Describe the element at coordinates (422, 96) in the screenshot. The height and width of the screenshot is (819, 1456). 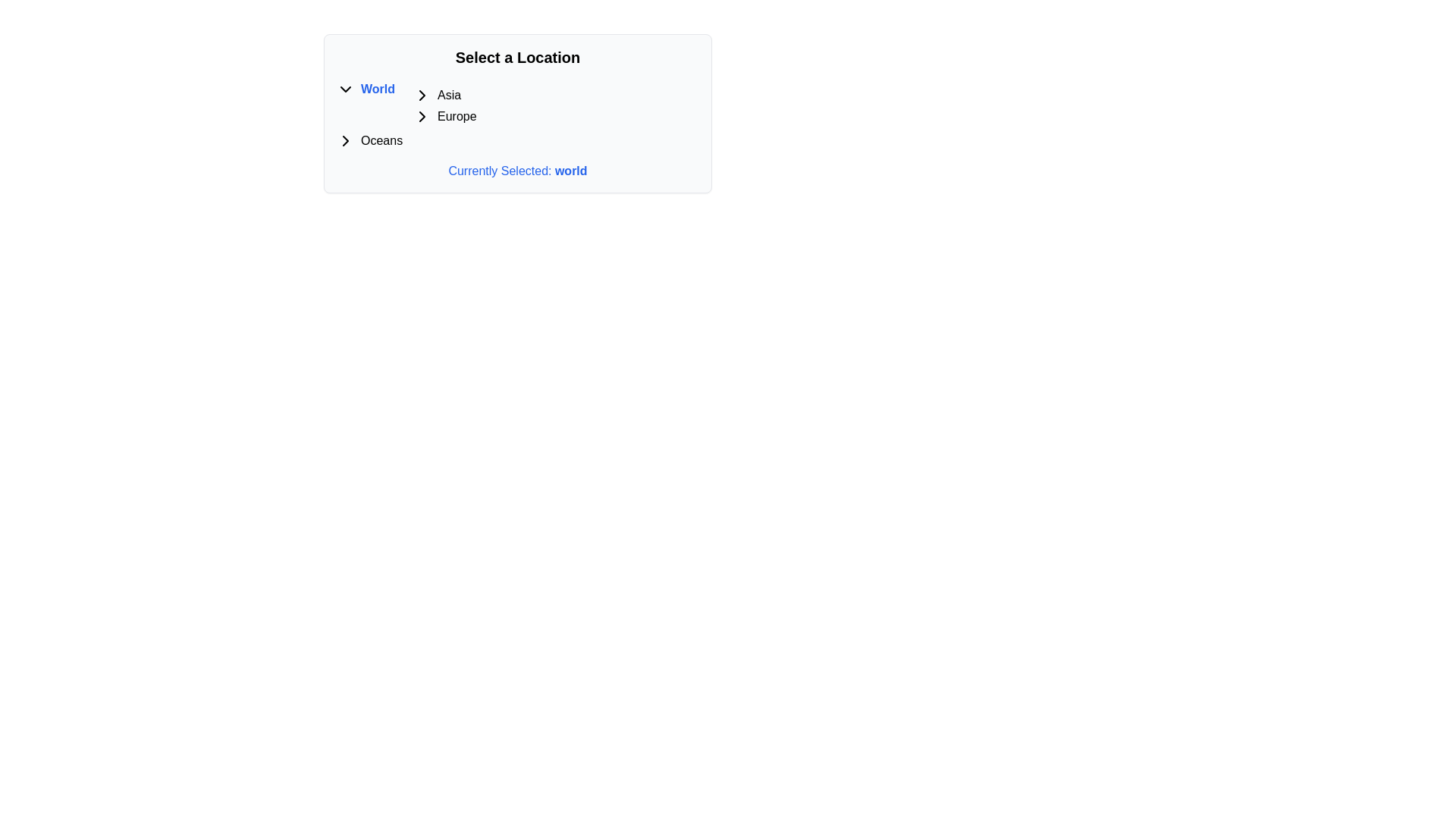
I see `the button with a right-pointing chevron symbol located immediately left of the text 'Asia'` at that location.